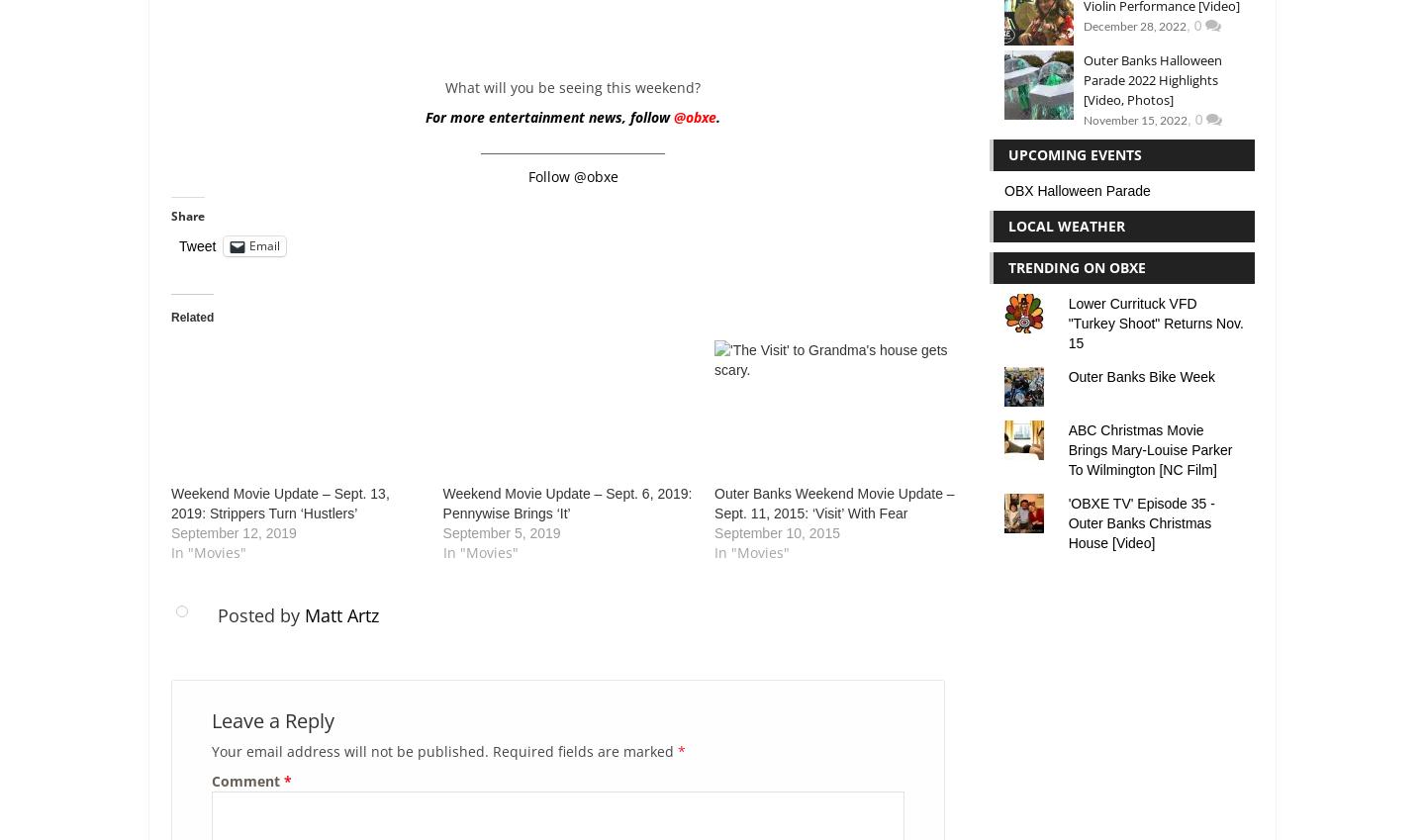 The height and width of the screenshot is (840, 1425). I want to click on ''OBXE TV' Episode 35 - Outer Banks Christmas House [Video]', so click(1141, 521).